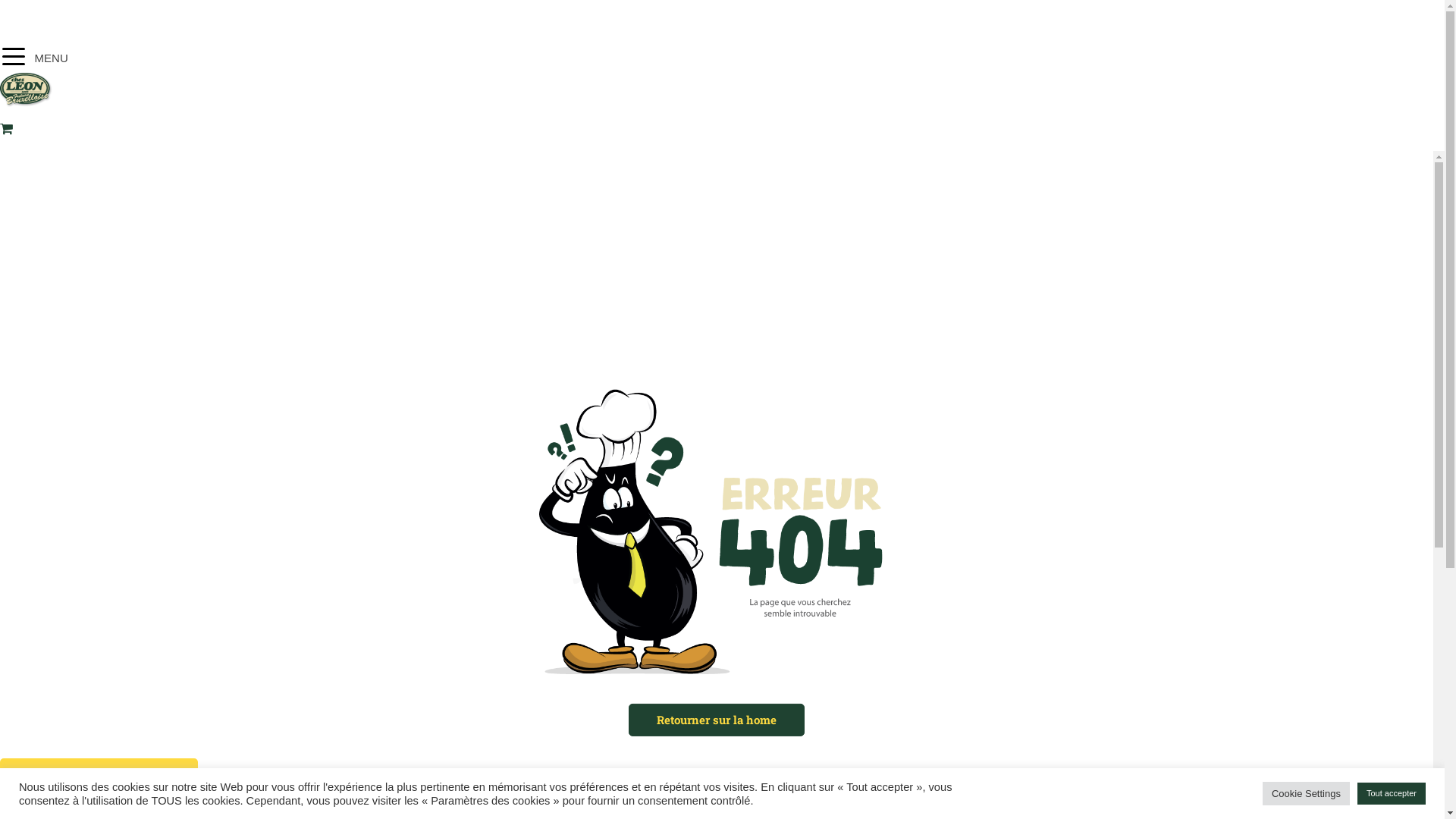 The image size is (1456, 819). Describe the element at coordinates (35, 54) in the screenshot. I see `'MENU'` at that location.